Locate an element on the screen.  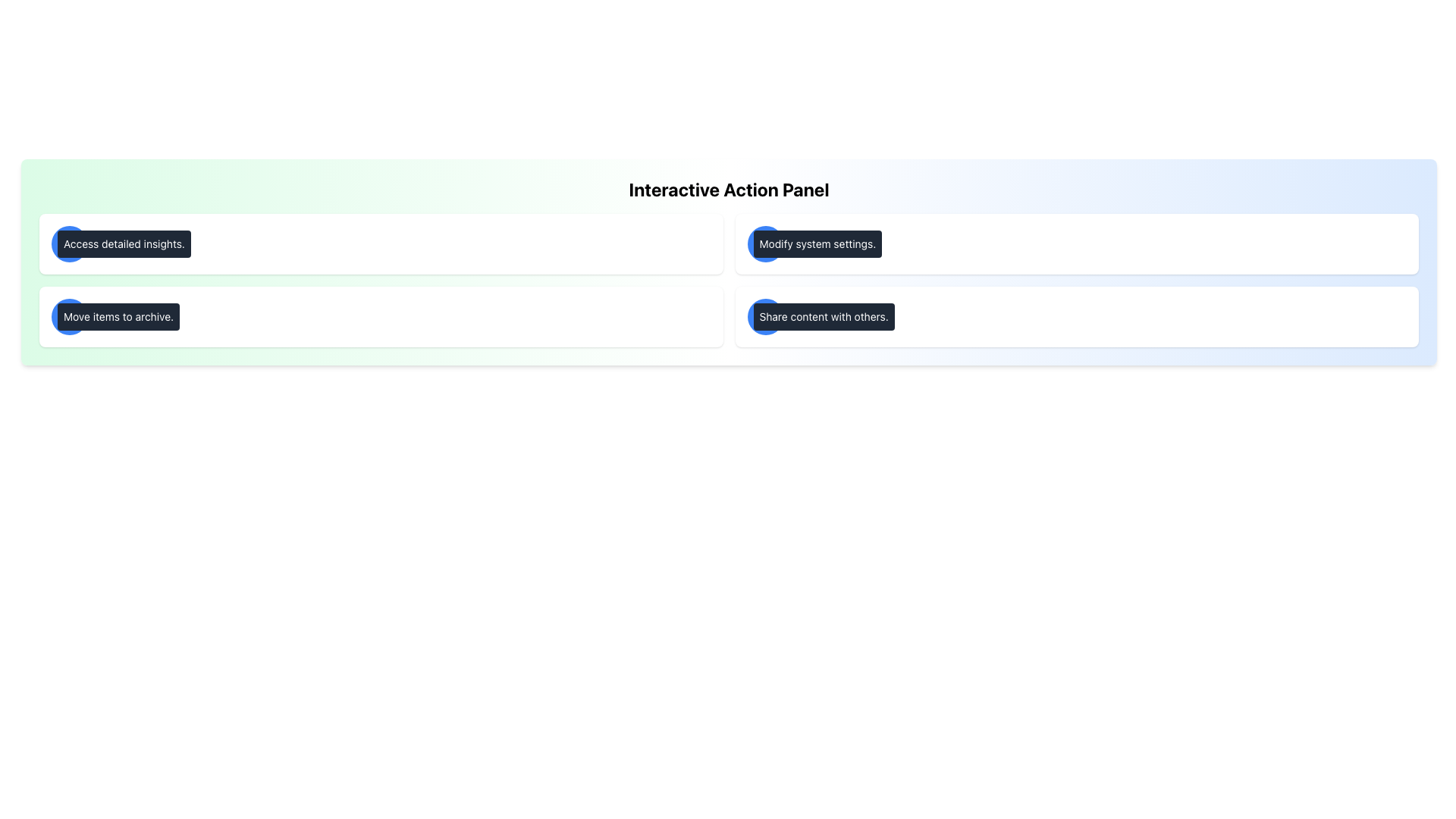
the graphical representation of the gear icon which symbolizes settings or preferences, located in the upper right quadrant of the application interface is located at coordinates (765, 243).